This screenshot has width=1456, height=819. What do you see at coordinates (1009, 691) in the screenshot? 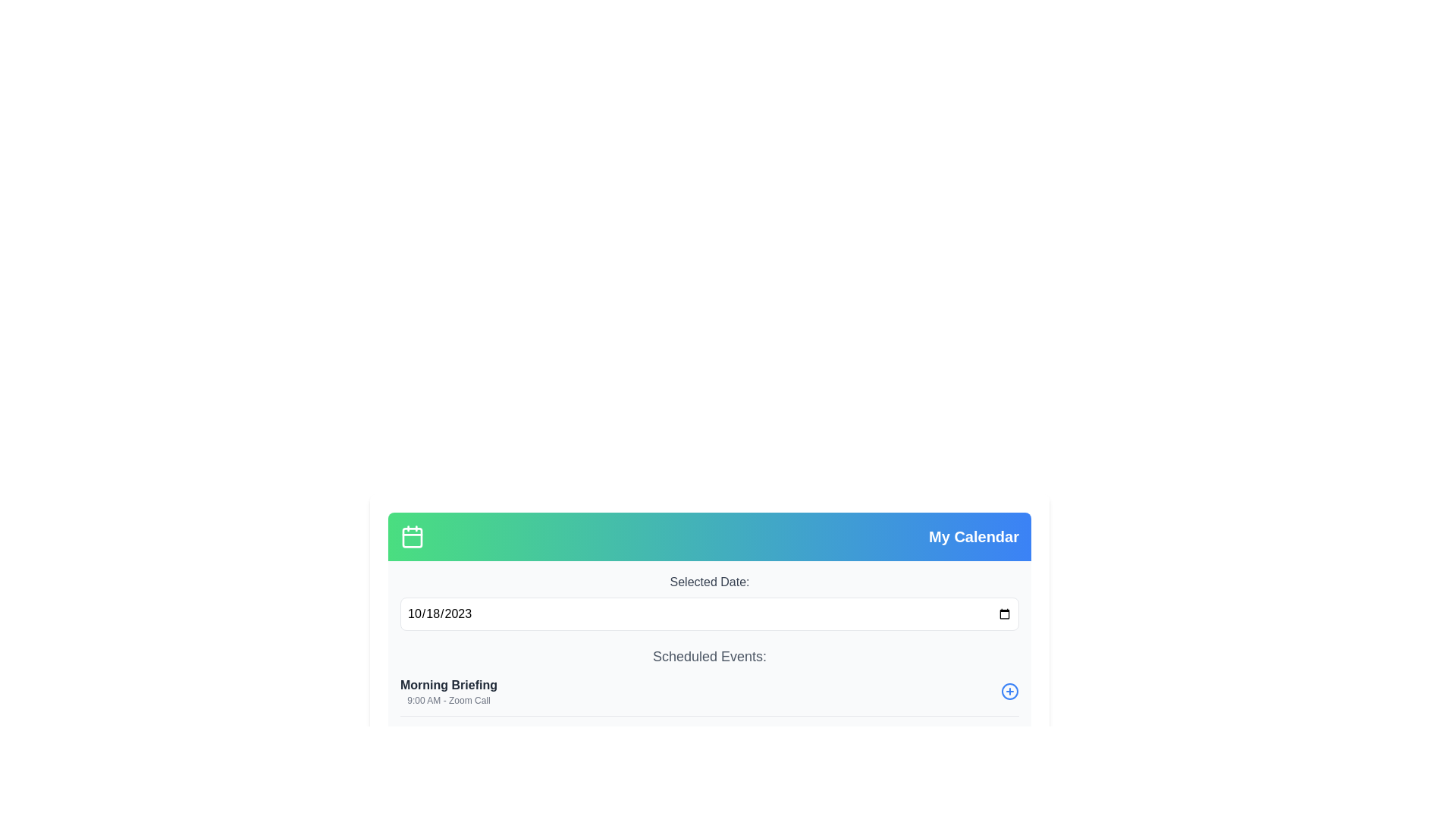
I see `the plus-circle button` at bounding box center [1009, 691].